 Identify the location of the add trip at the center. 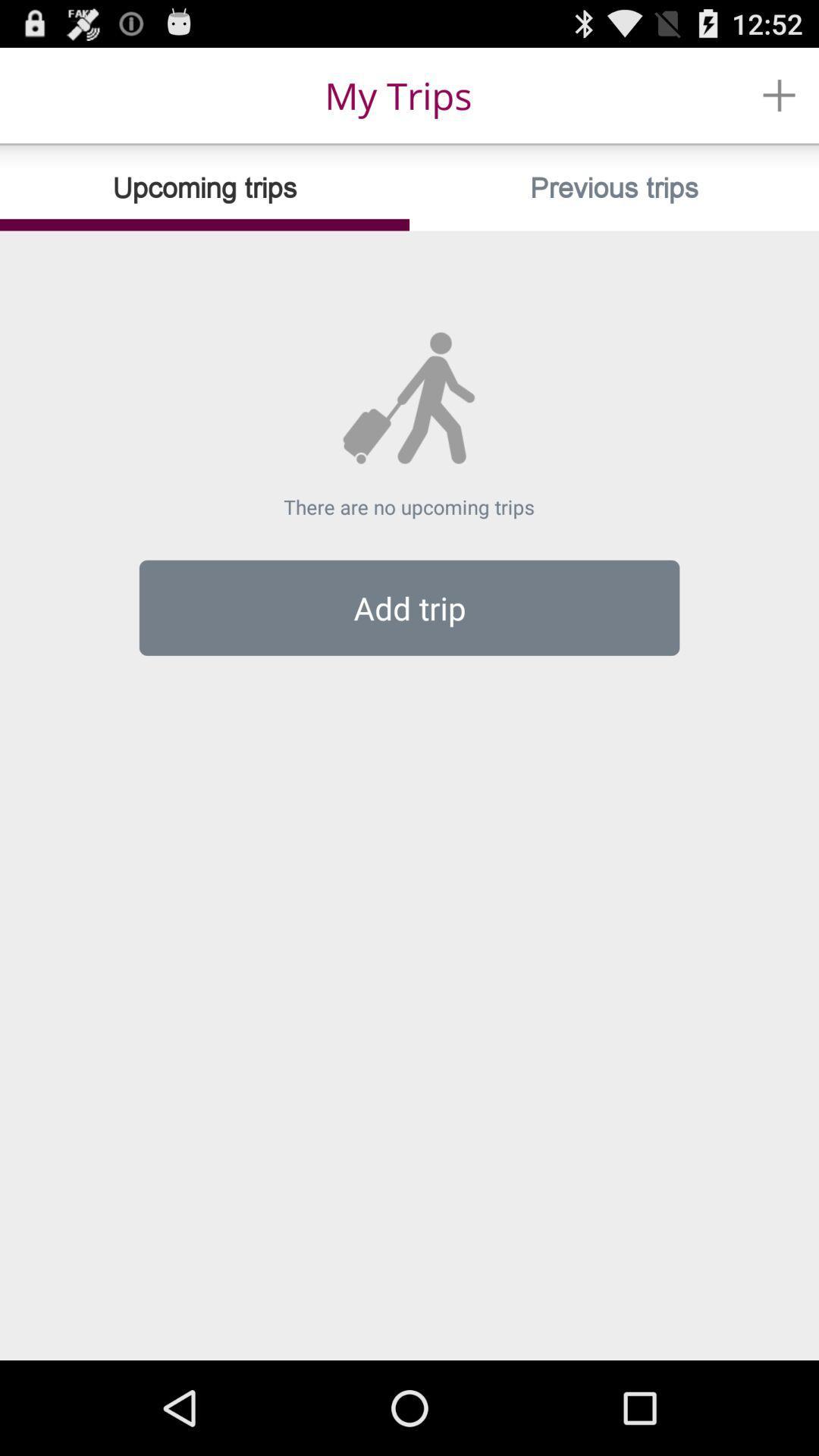
(409, 607).